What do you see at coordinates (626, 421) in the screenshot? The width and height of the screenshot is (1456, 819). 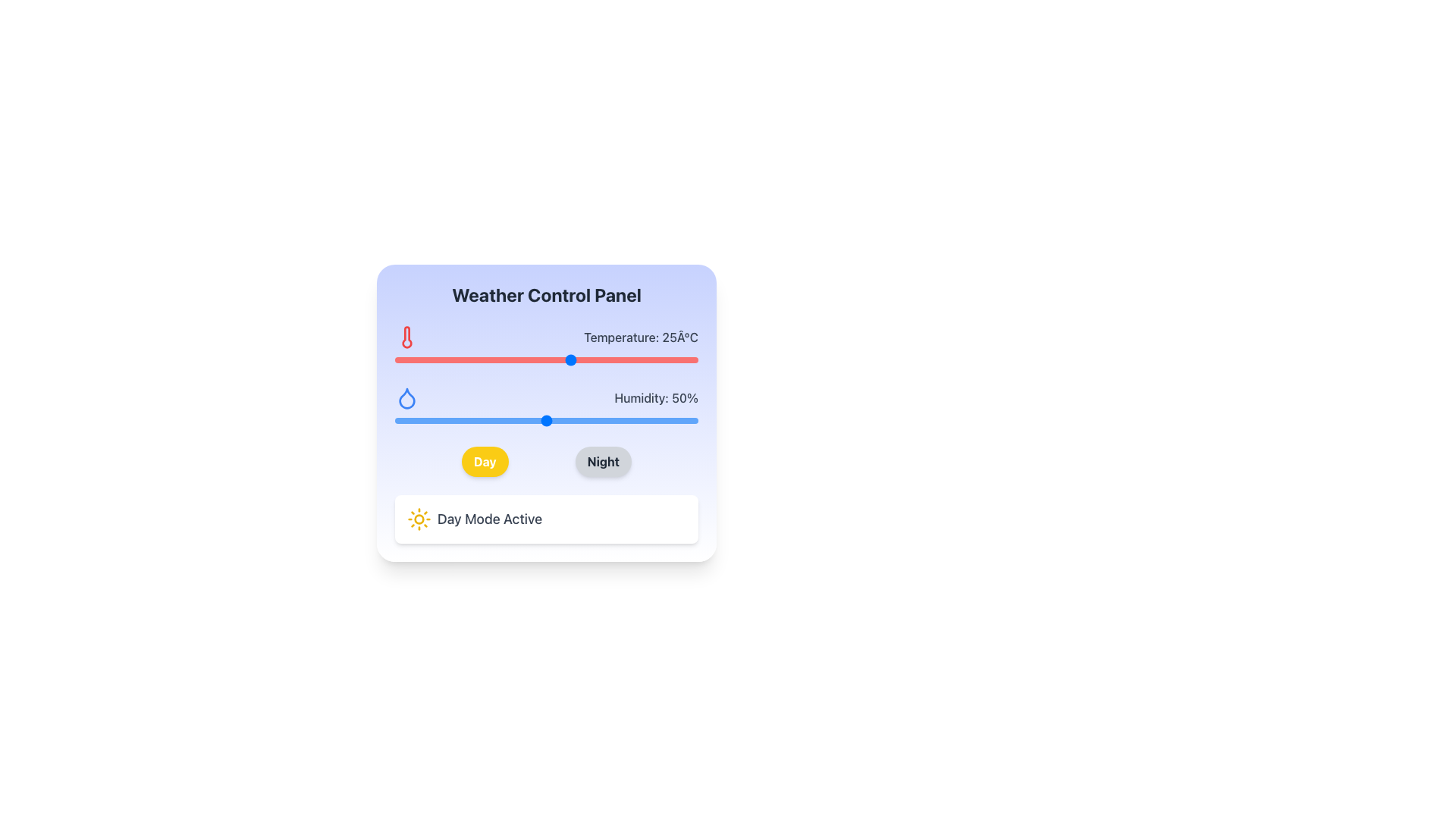 I see `humidity` at bounding box center [626, 421].